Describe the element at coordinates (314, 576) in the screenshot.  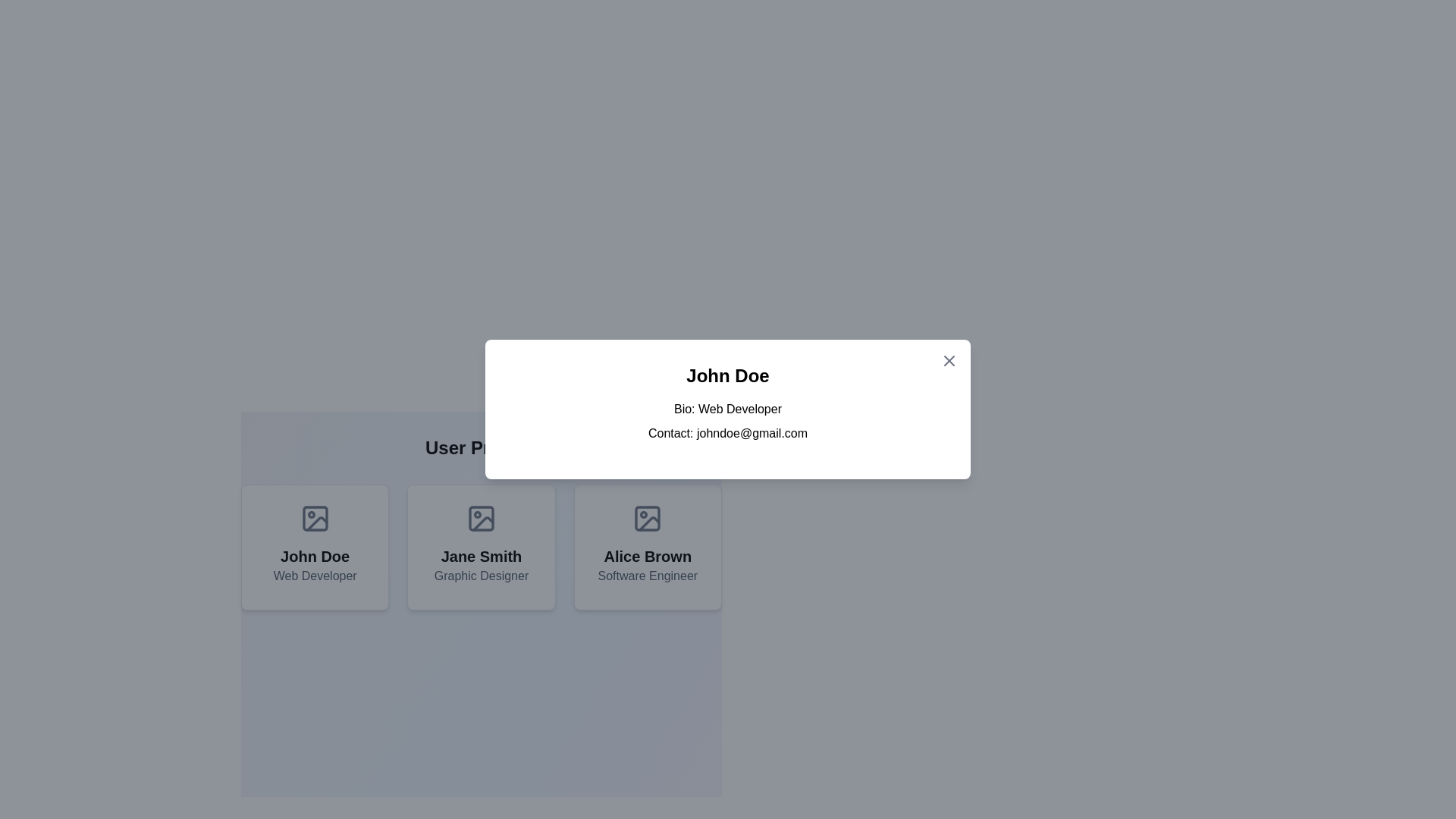
I see `the text label 'Web Developer' which is styled with a gray font and positioned below 'John Doe' in the profile card` at that location.